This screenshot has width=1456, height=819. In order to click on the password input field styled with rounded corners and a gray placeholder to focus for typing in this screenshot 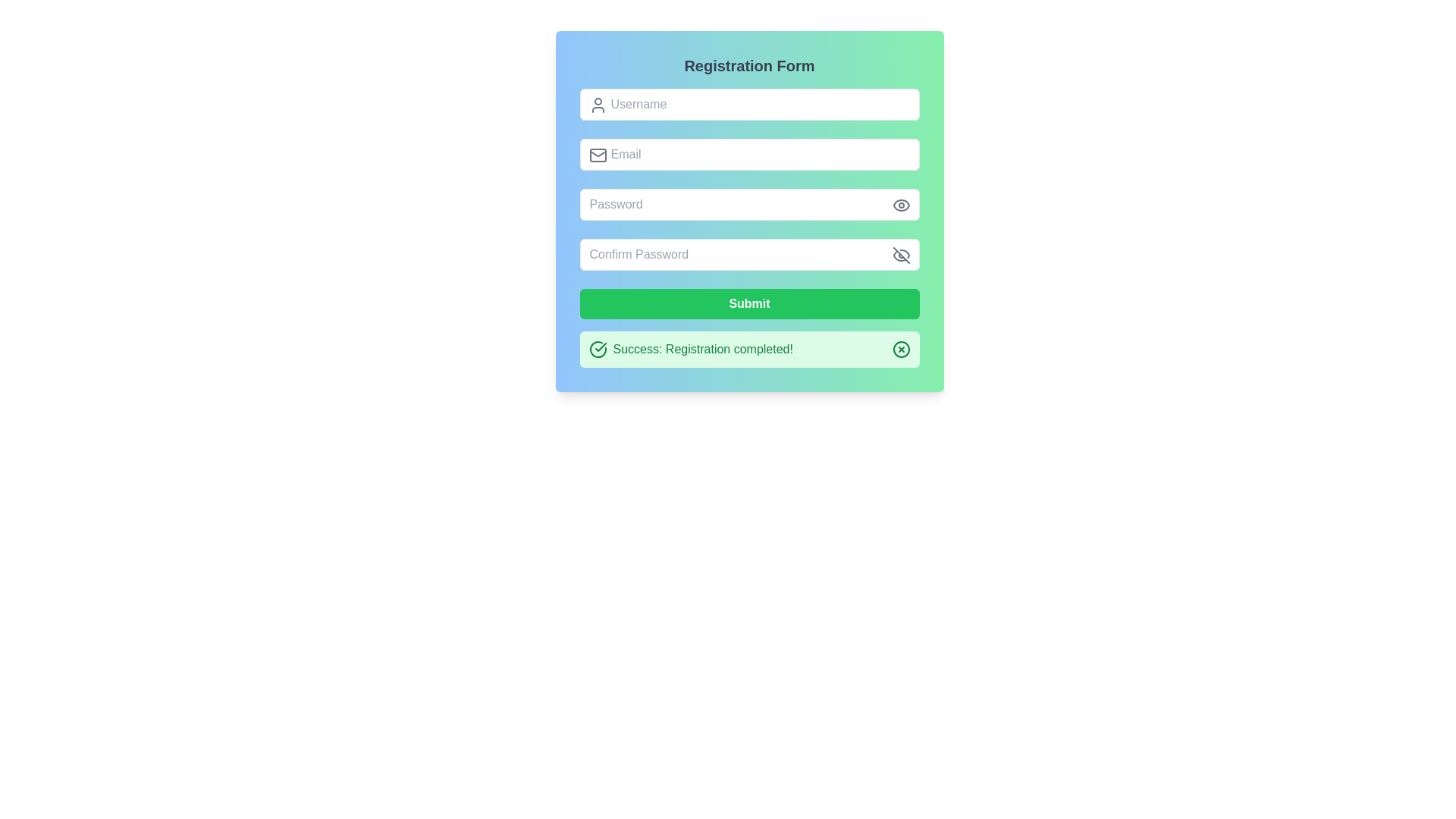, I will do `click(749, 205)`.